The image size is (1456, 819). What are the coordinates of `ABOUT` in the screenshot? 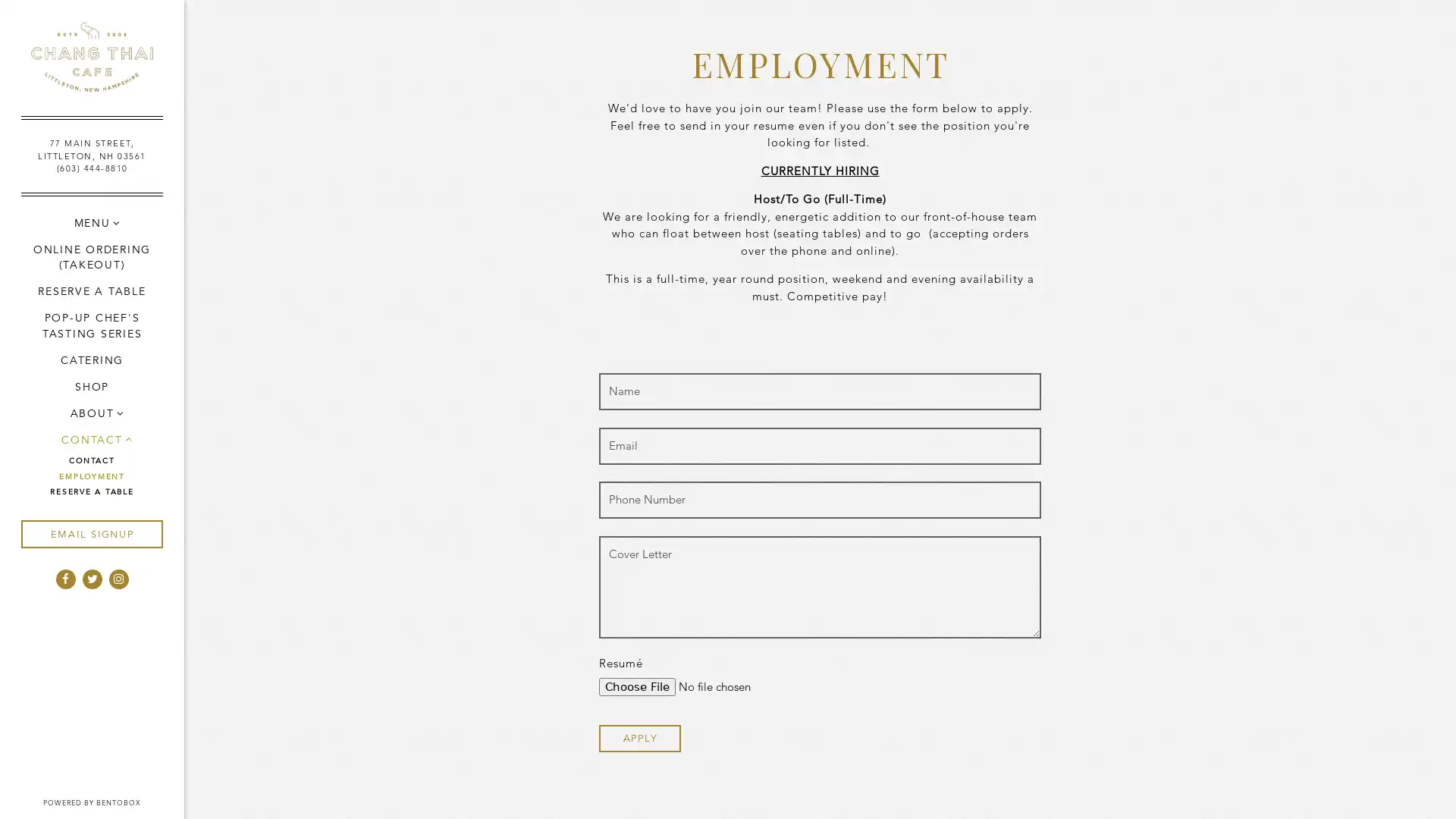 It's located at (90, 413).